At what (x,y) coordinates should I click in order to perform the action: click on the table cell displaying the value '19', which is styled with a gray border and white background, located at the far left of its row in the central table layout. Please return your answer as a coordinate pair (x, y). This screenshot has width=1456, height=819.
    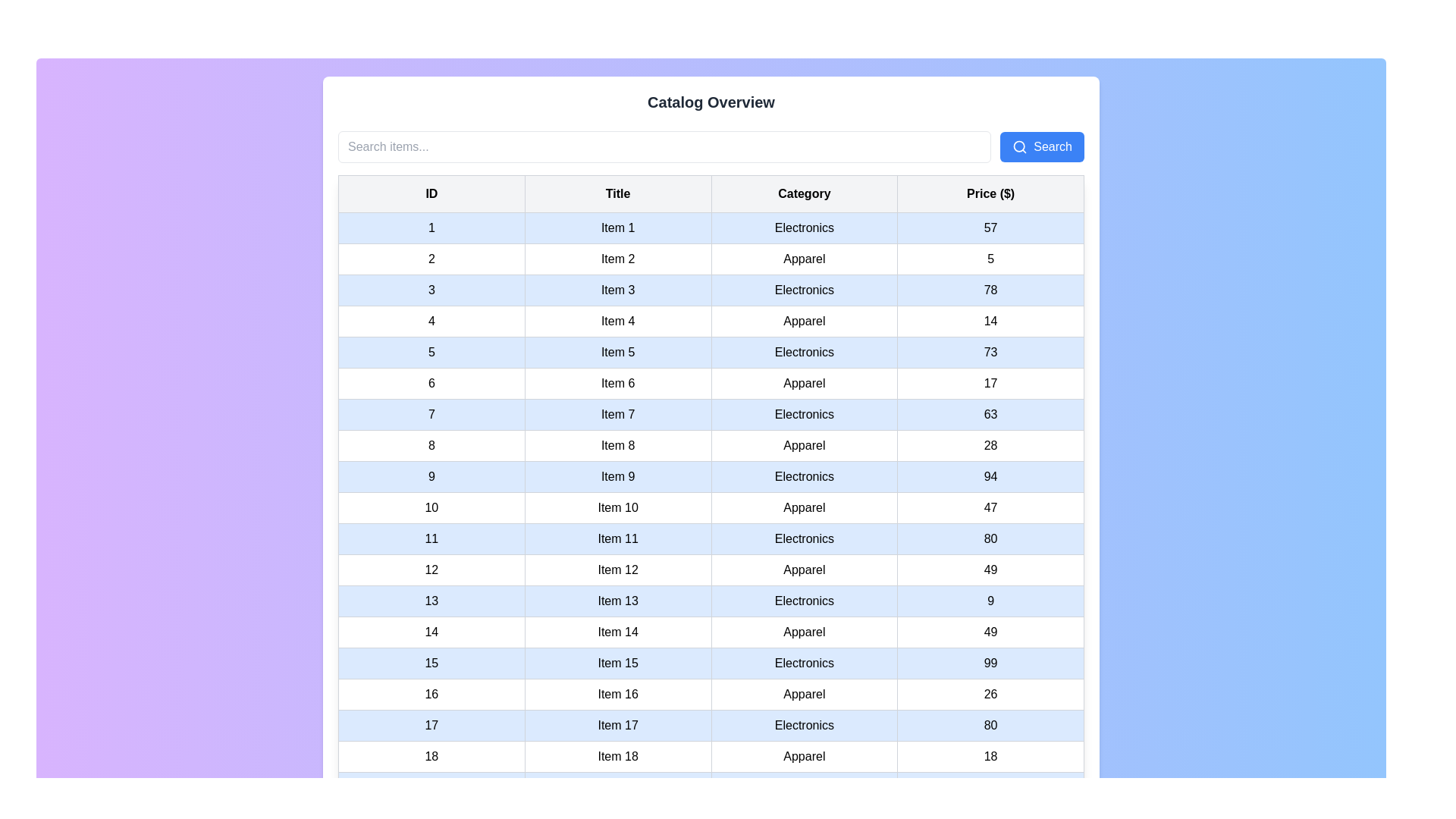
    Looking at the image, I should click on (431, 786).